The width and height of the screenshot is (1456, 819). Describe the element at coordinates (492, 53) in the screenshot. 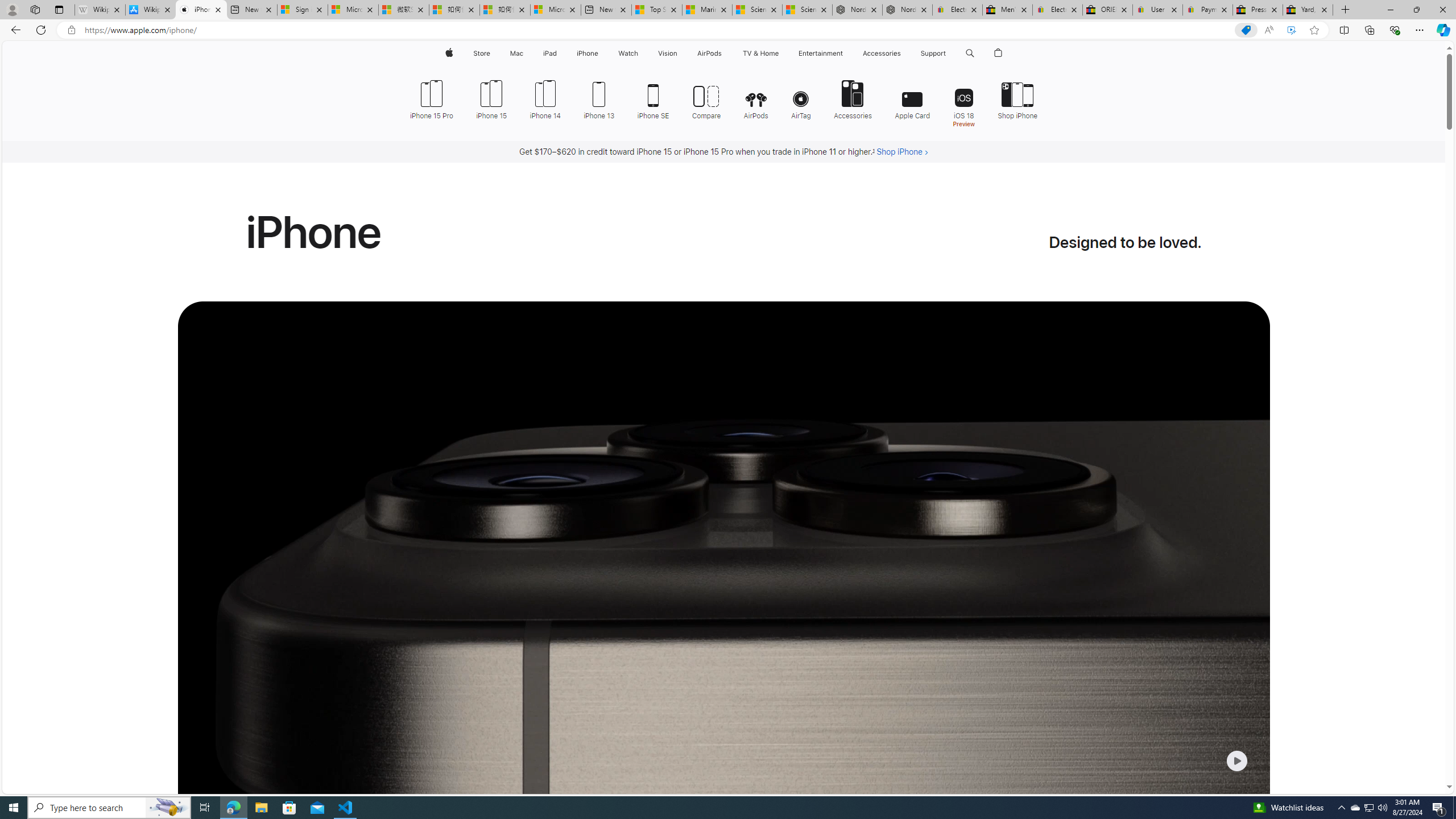

I see `'Store menu'` at that location.